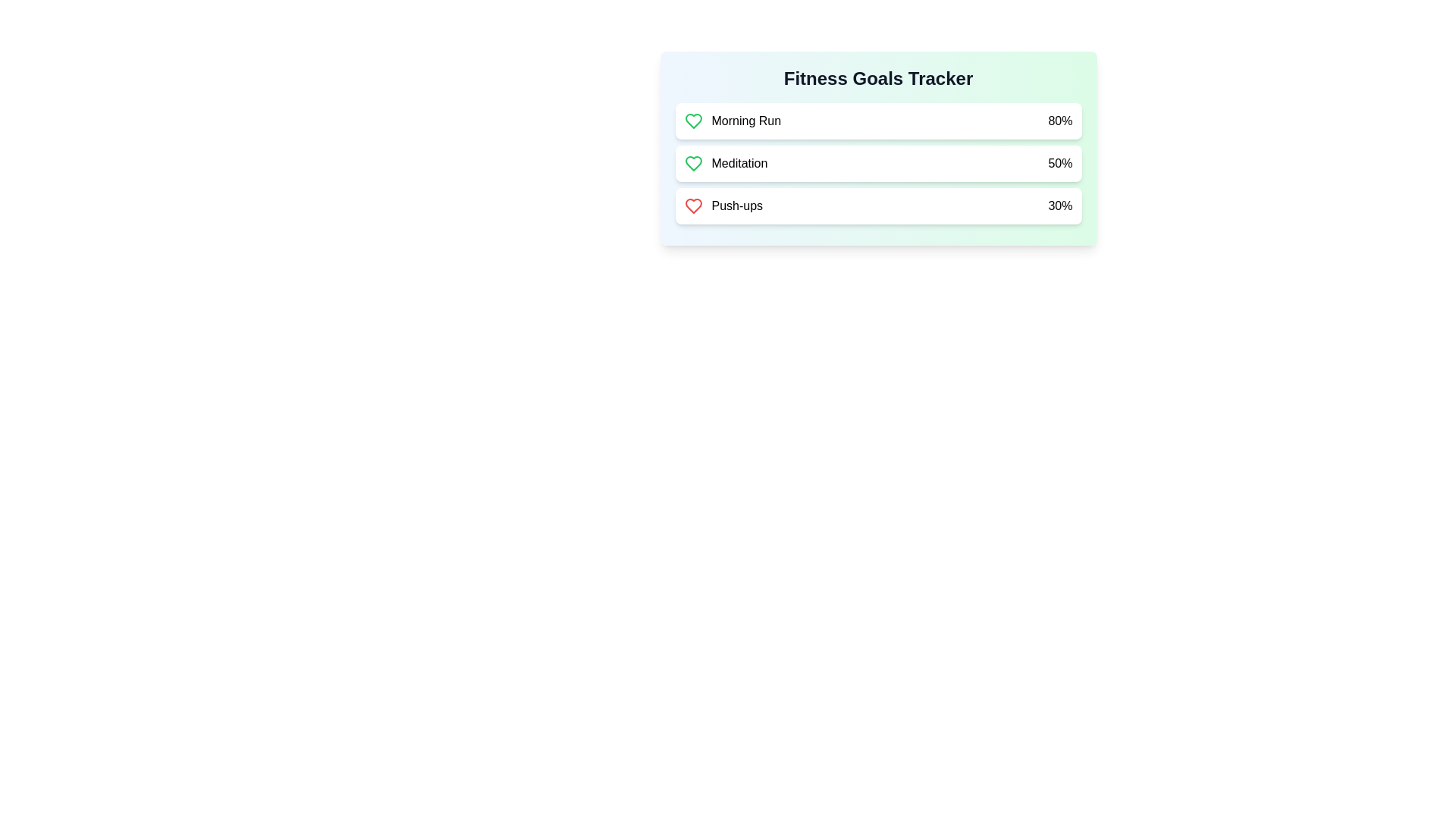 The width and height of the screenshot is (1456, 819). I want to click on text label displaying 'Meditation' located within the Fitness Goals Tracker card, positioned below 'Morning Run' and above 'Push-ups', so click(725, 164).